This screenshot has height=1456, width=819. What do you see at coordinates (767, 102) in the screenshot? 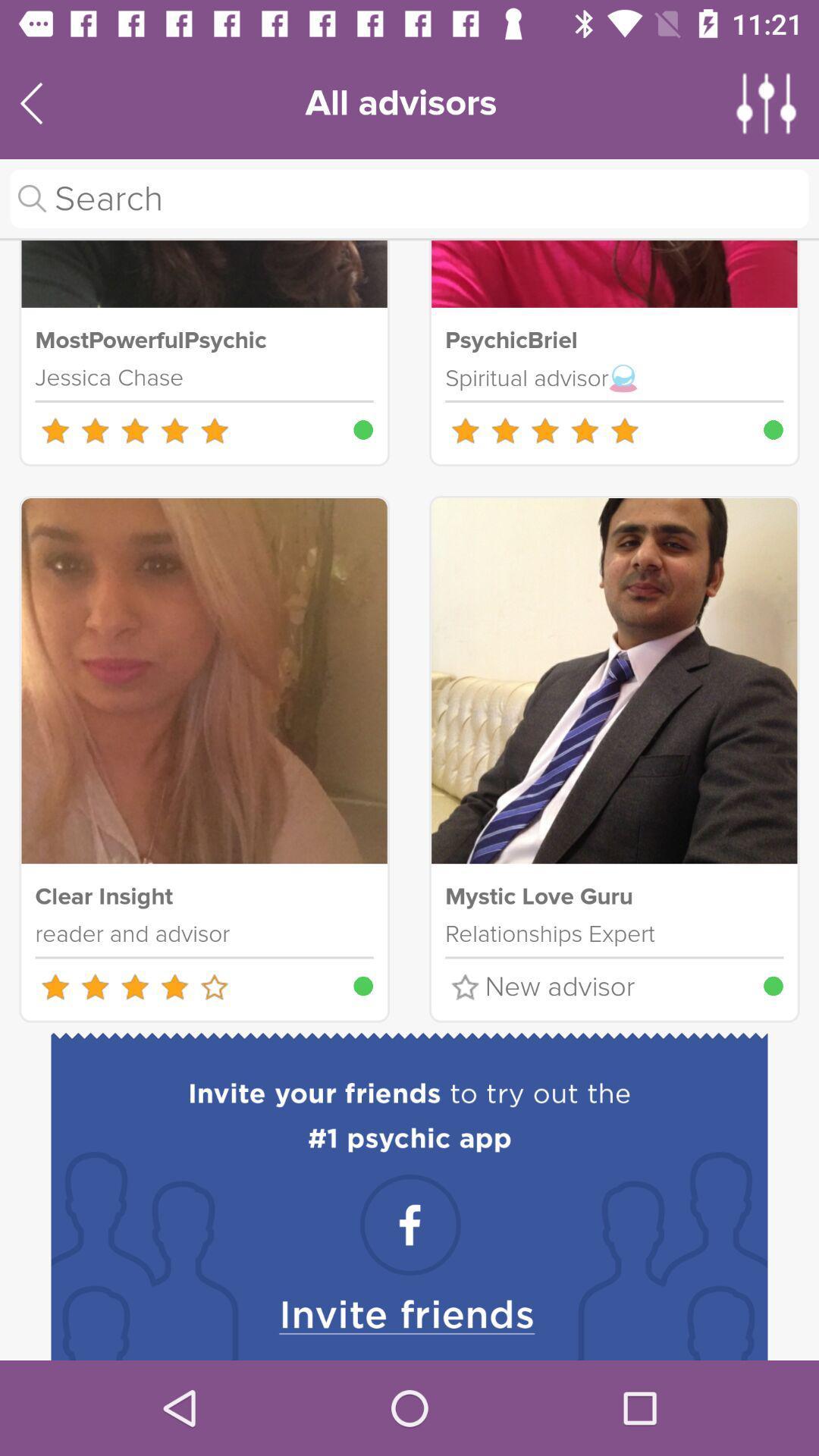
I see `the item to the right of all advisors icon` at bounding box center [767, 102].